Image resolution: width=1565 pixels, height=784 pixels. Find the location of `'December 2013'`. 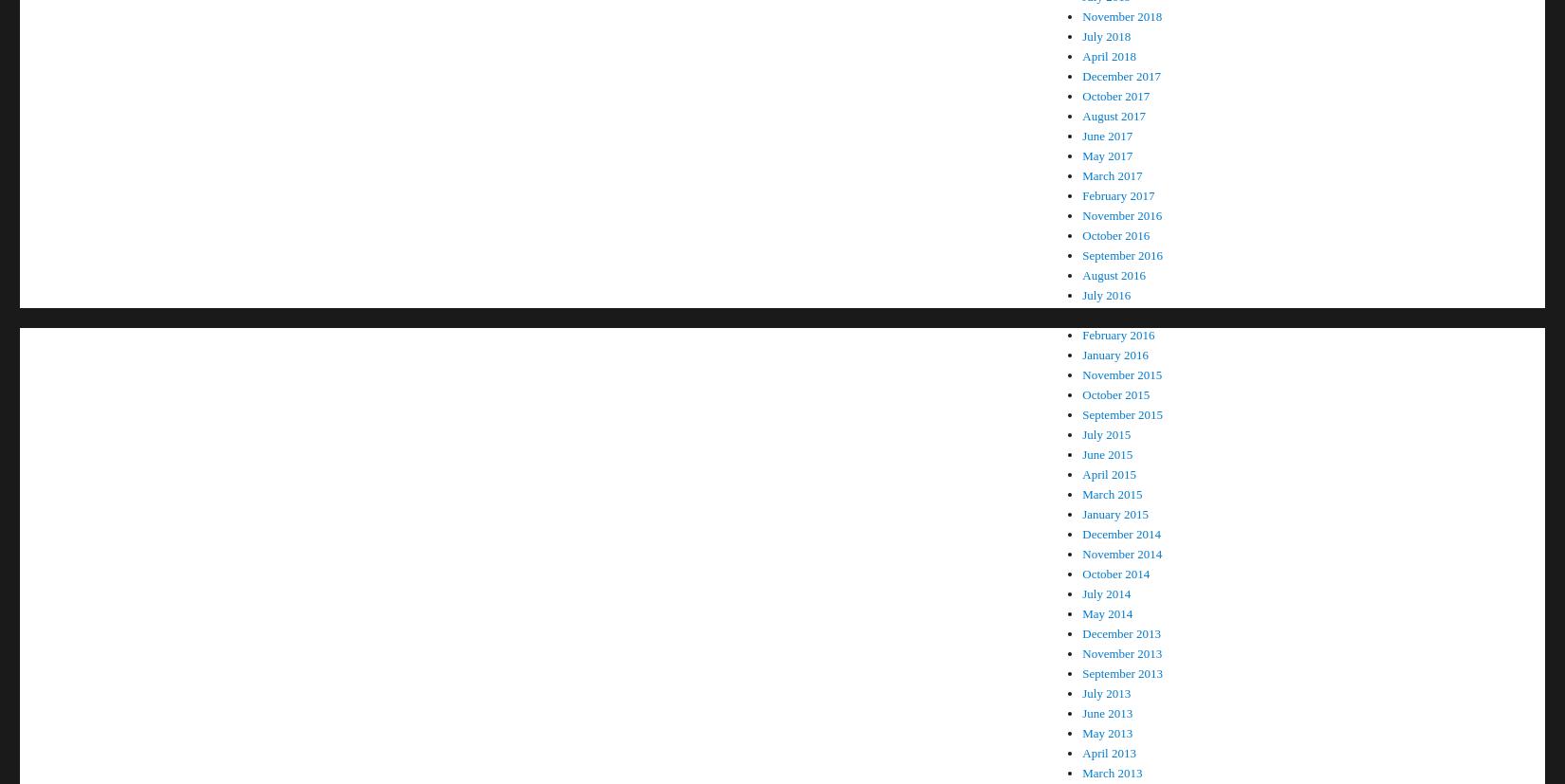

'December 2013' is located at coordinates (1121, 633).